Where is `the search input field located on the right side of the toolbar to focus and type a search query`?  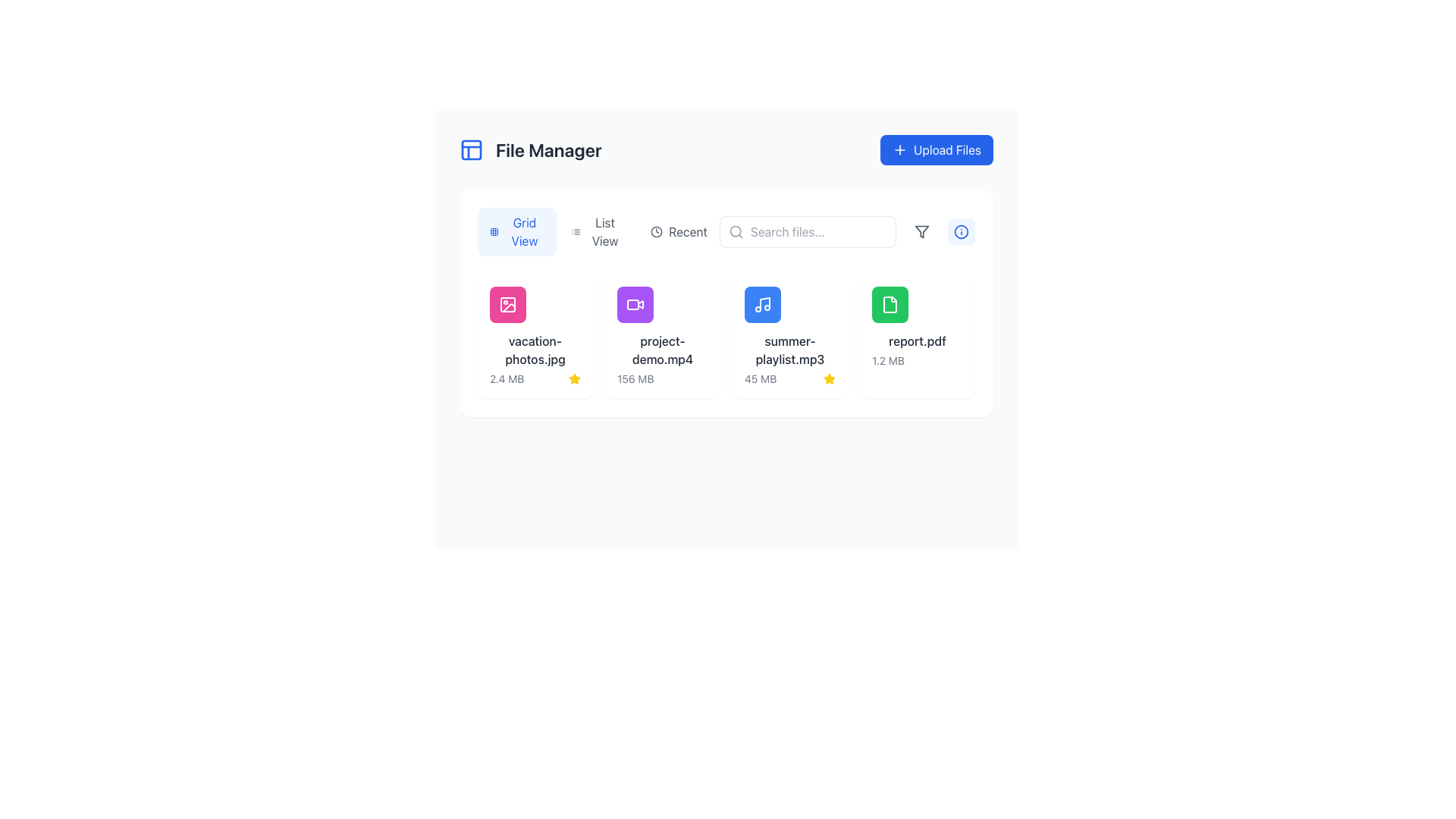
the search input field located on the right side of the toolbar to focus and type a search query is located at coordinates (807, 231).